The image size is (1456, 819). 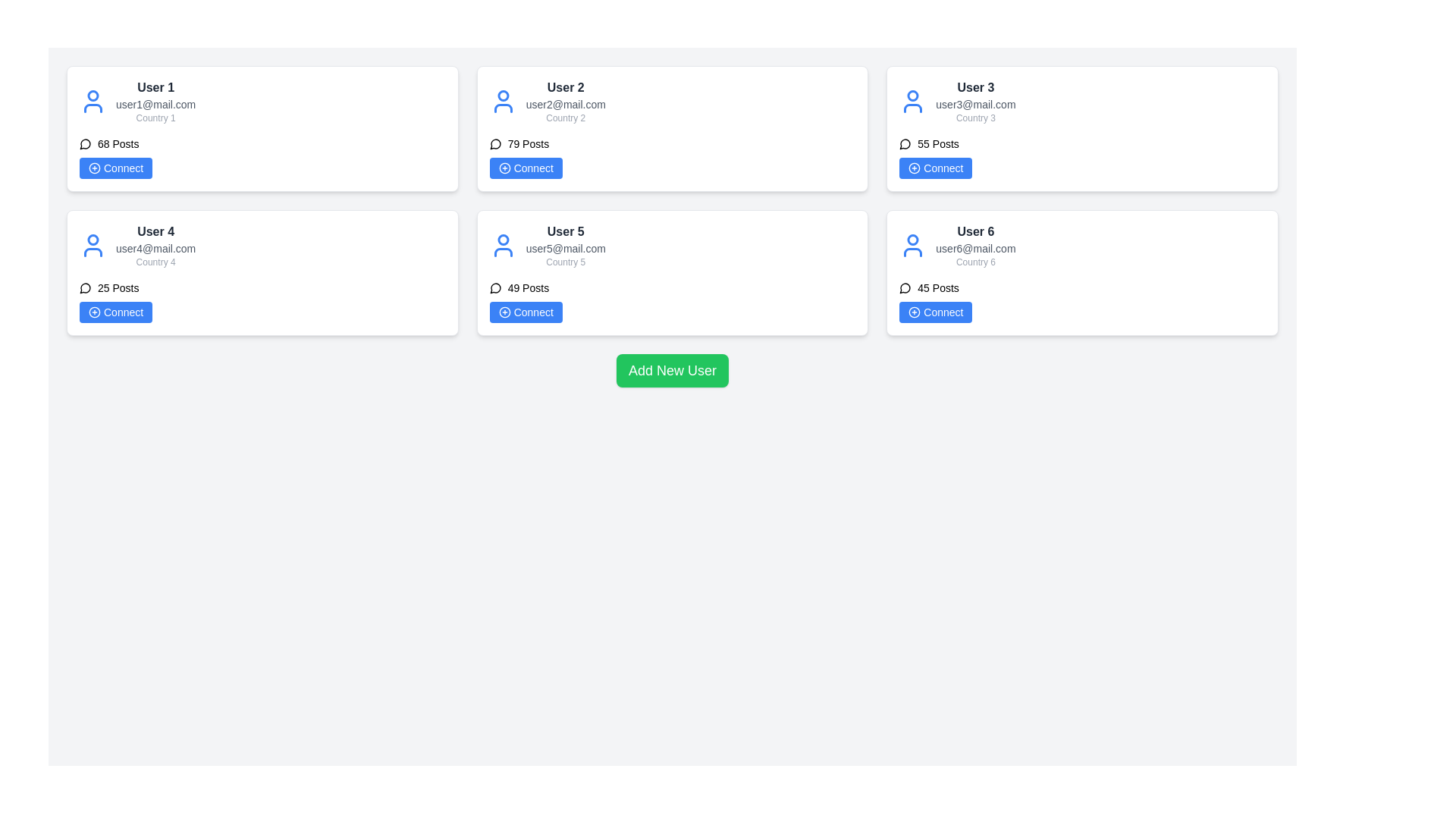 I want to click on the text display that contains 'Country 3', which is located below the email address 'user3@mail.com' in the user information card for 'User 3', so click(x=975, y=117).